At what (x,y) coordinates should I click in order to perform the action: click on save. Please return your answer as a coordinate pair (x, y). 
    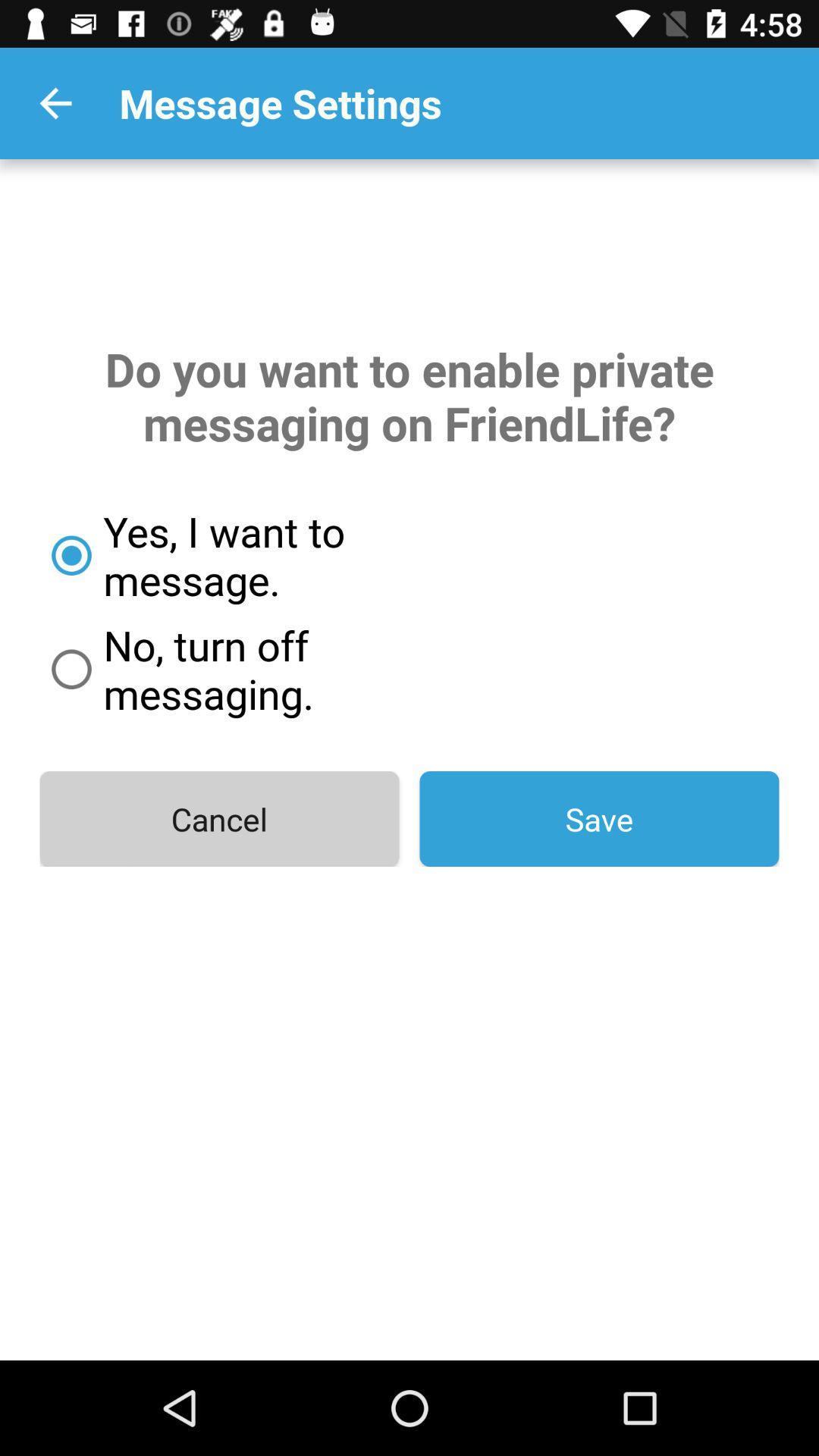
    Looking at the image, I should click on (598, 818).